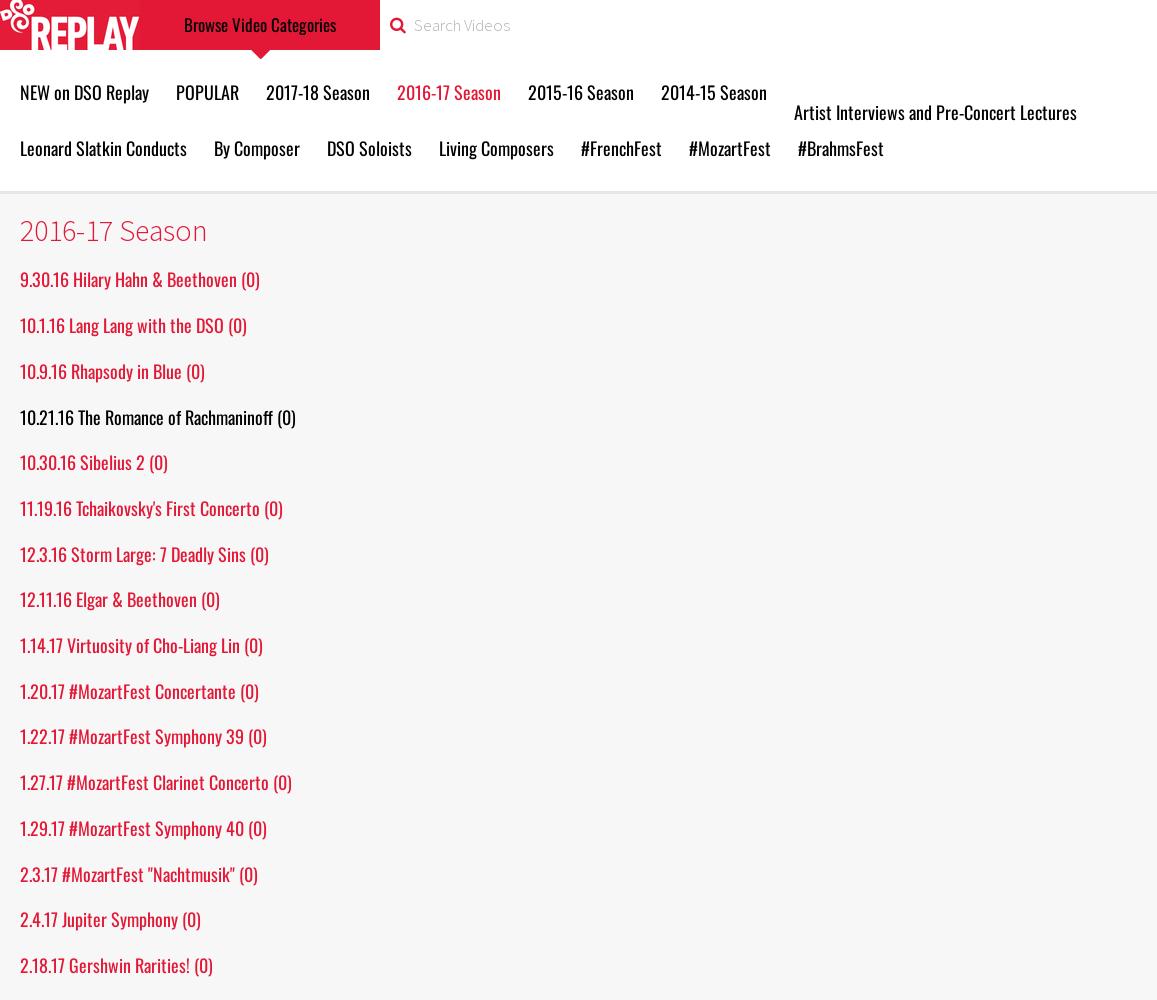 Image resolution: width=1157 pixels, height=1000 pixels. Describe the element at coordinates (157, 416) in the screenshot. I see `'10.21.16 The Romance of Rachmaninoff (0)'` at that location.